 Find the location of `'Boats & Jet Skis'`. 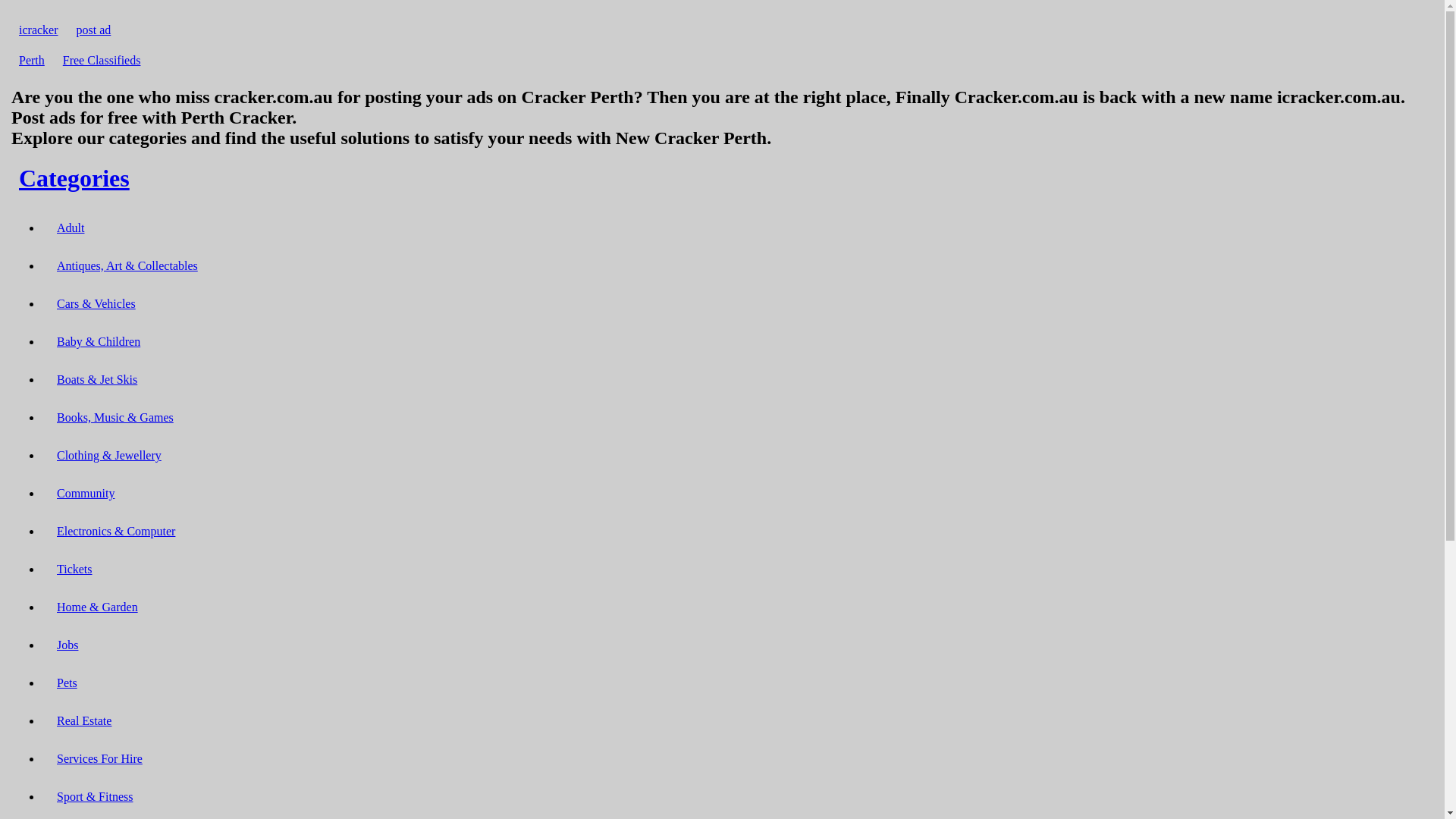

'Boats & Jet Skis' is located at coordinates (96, 378).